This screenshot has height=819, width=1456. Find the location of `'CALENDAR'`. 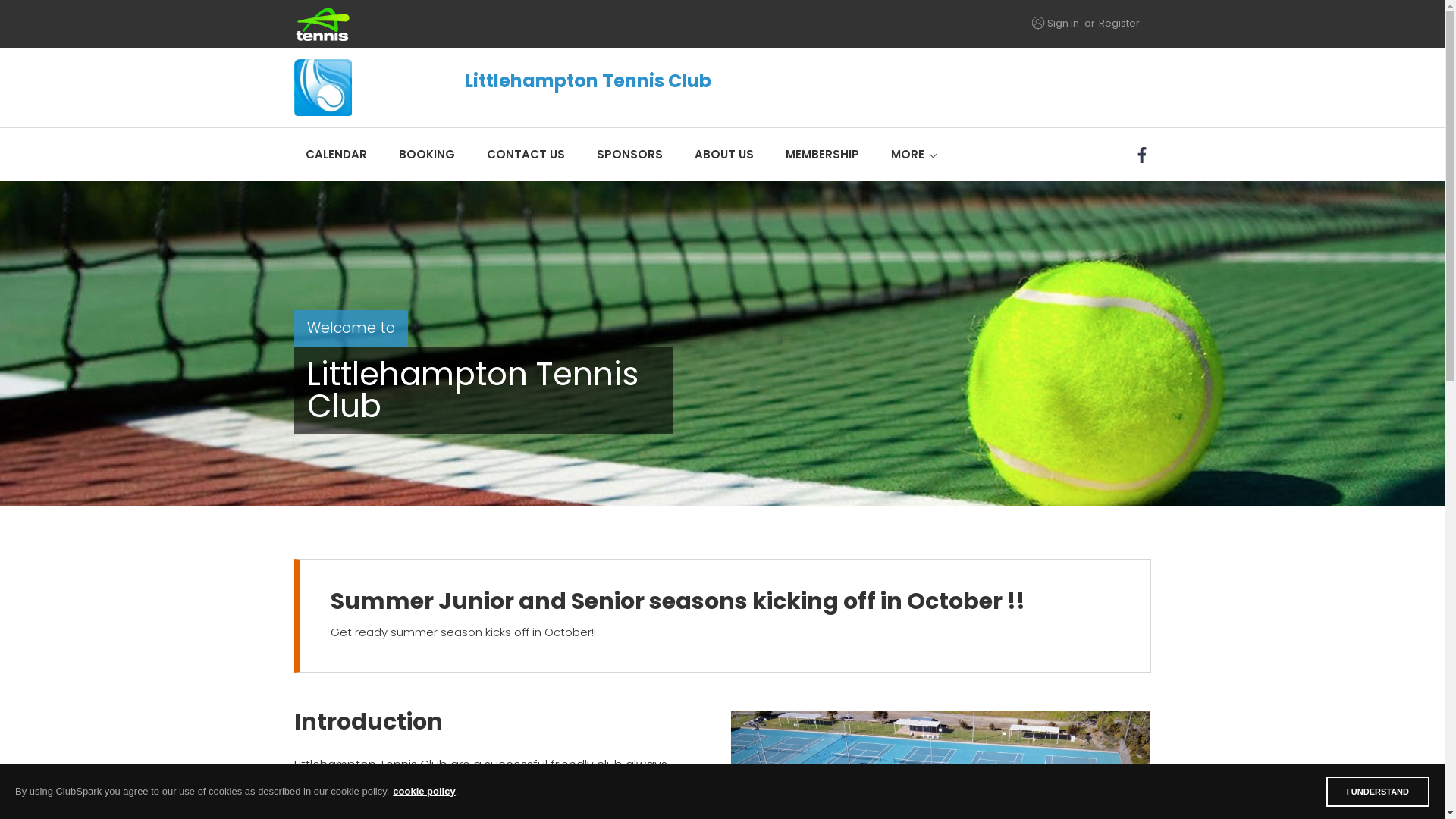

'CALENDAR' is located at coordinates (335, 155).